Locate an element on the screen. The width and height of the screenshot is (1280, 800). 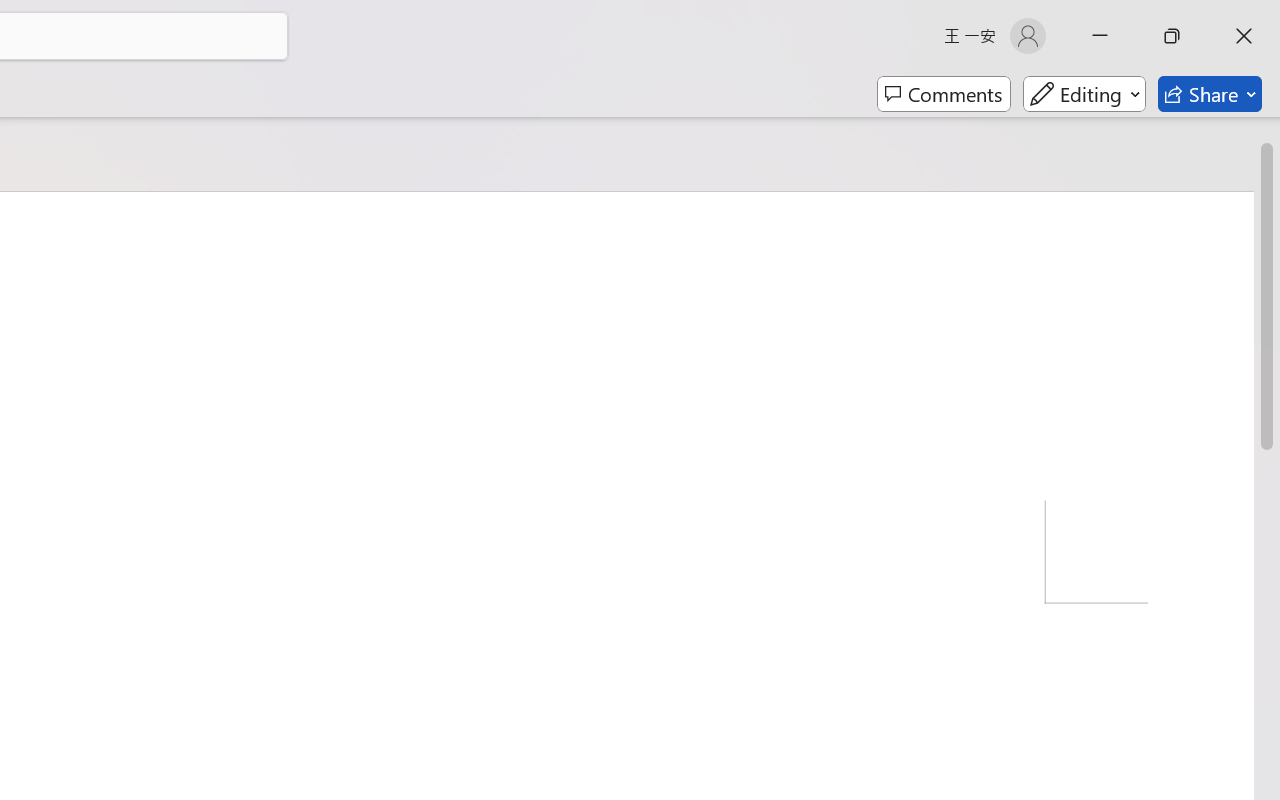
'Minimize' is located at coordinates (1099, 35).